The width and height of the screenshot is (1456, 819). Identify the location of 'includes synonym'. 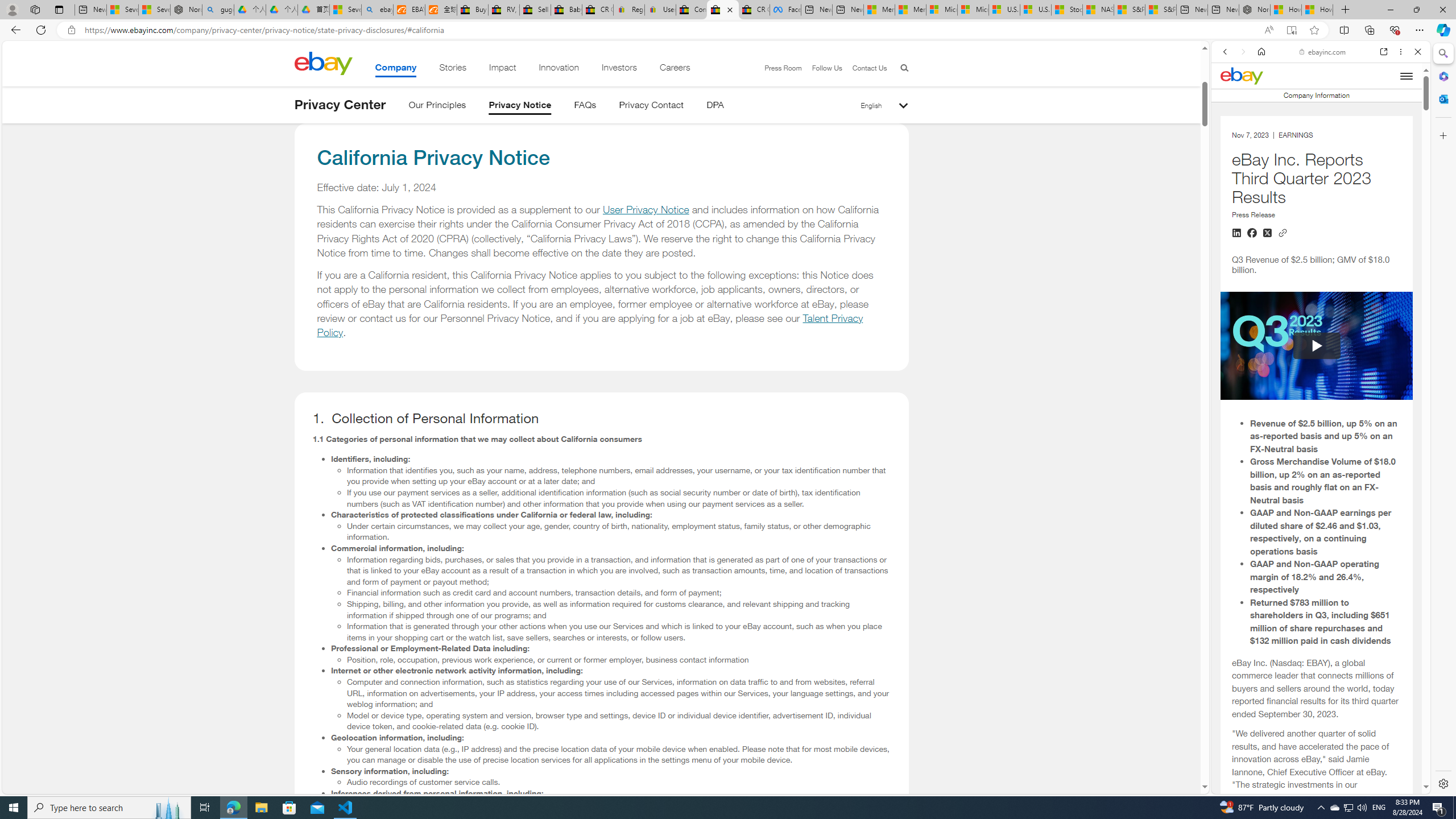
(1316, 767).